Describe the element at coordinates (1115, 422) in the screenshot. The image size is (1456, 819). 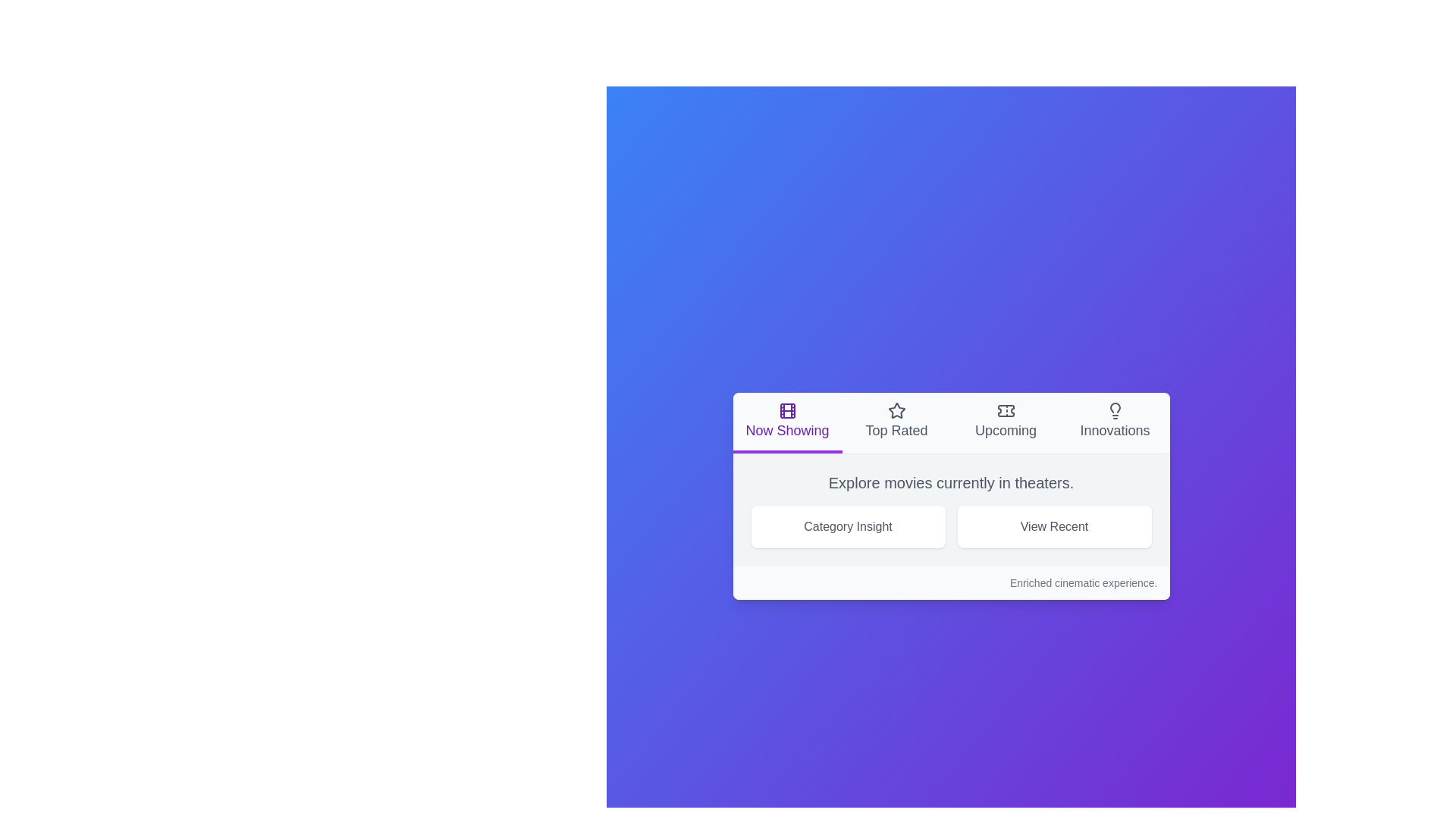
I see `the fourth navigation button labeled 'Innovations' in the top navigation bar` at that location.